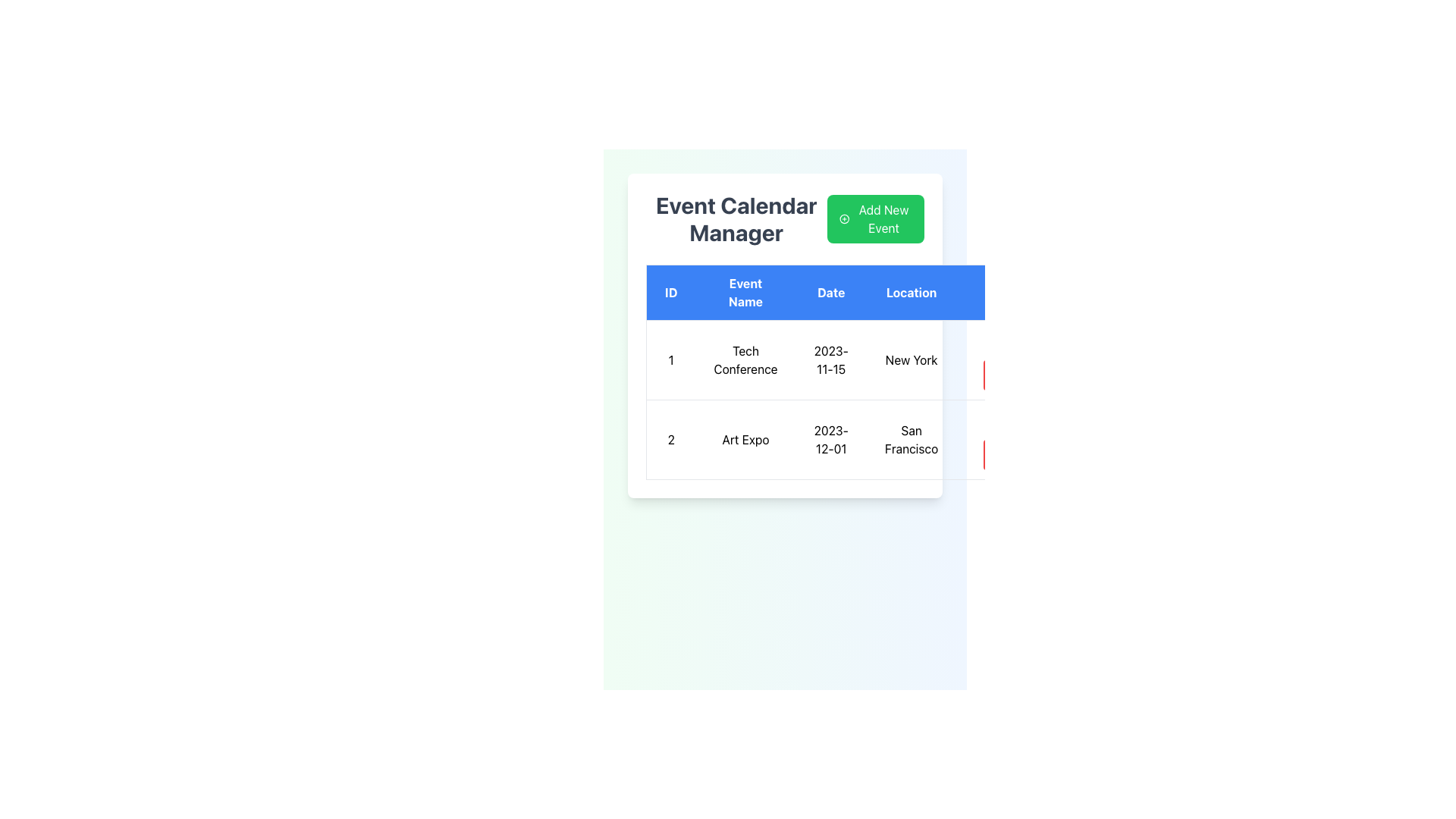 The image size is (1456, 819). What do you see at coordinates (911, 292) in the screenshot?
I see `the 'Location' column header in the Event Calendar Manager table, which is the fourth column header located between the 'Date' and 'Actions' columns` at bounding box center [911, 292].